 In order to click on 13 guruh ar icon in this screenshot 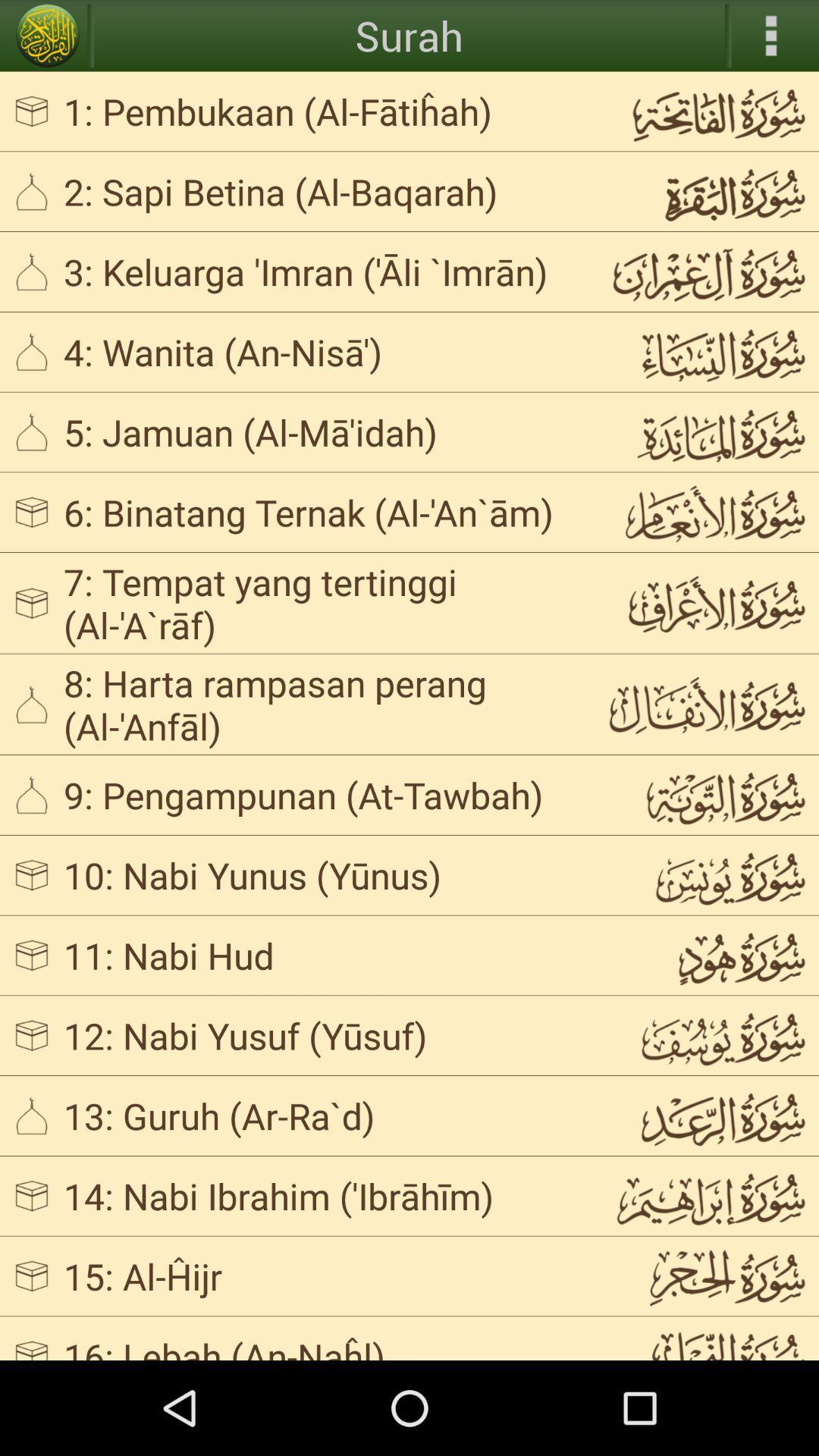, I will do `click(322, 1116)`.